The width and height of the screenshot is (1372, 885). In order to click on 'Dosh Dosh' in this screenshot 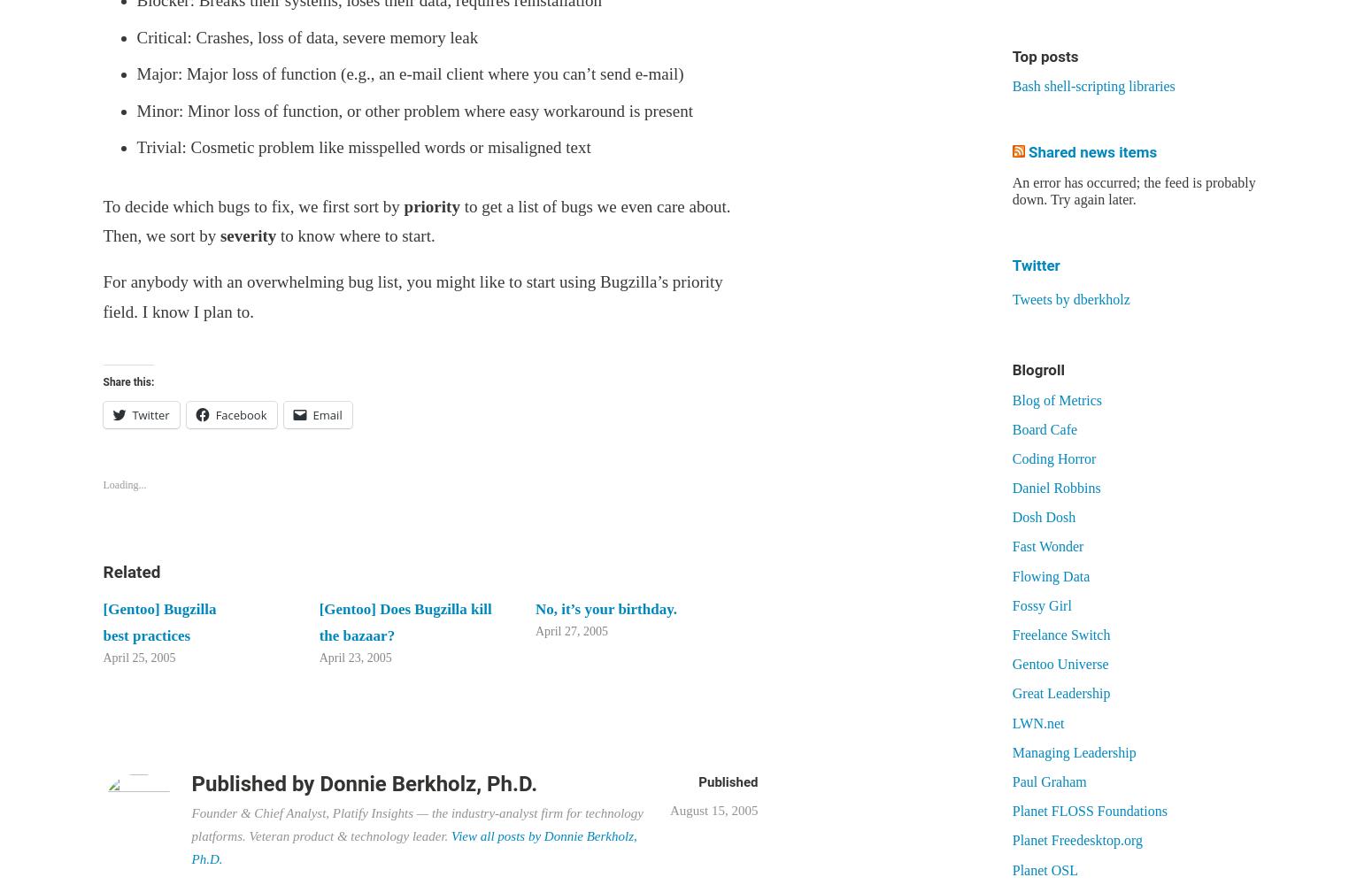, I will do `click(1043, 516)`.